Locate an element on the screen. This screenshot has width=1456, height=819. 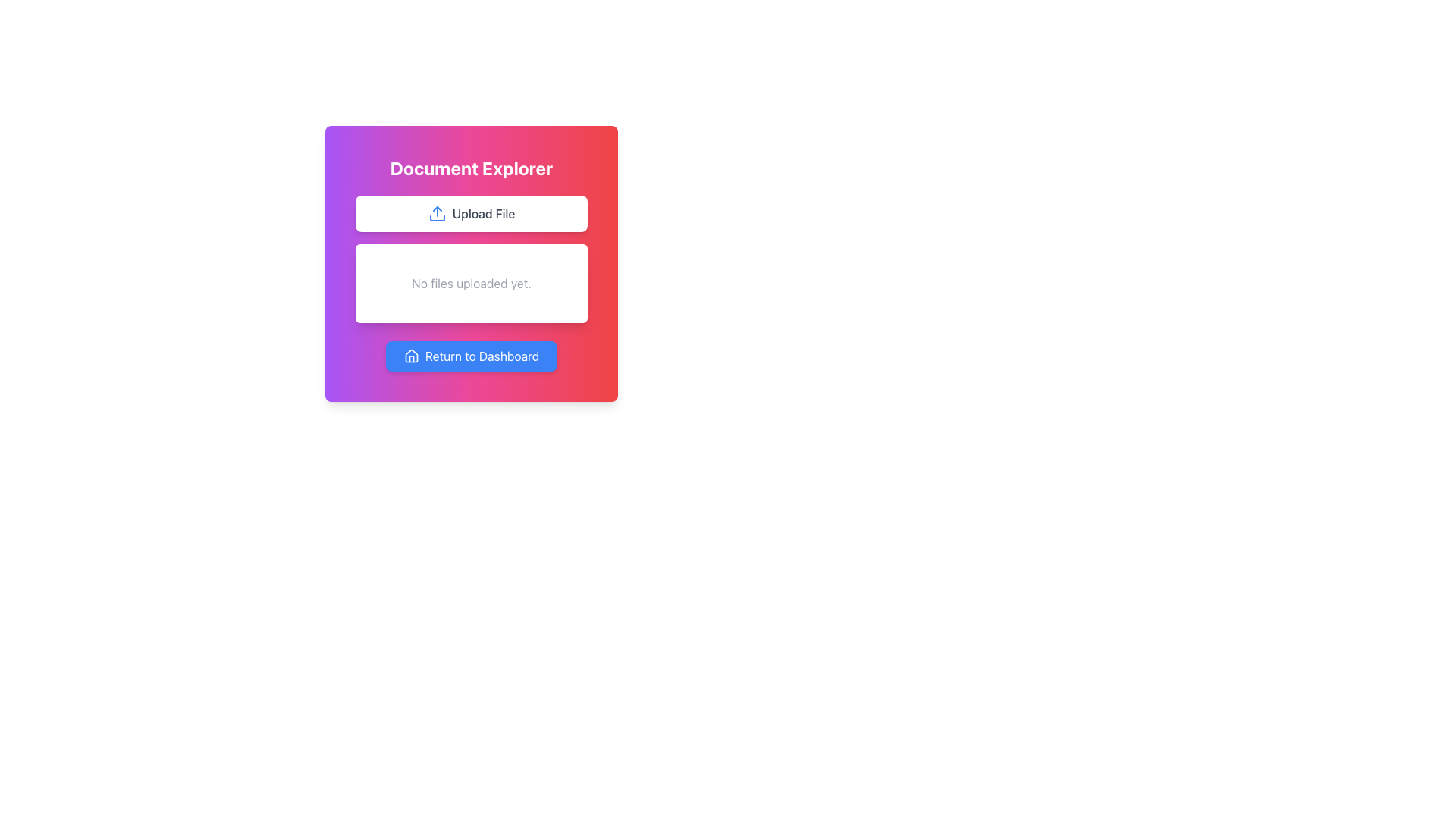
the interactive button labeled 'Return to Dashboard' which has a light-blue background and a house-shaped icon on the left side of the text is located at coordinates (471, 356).